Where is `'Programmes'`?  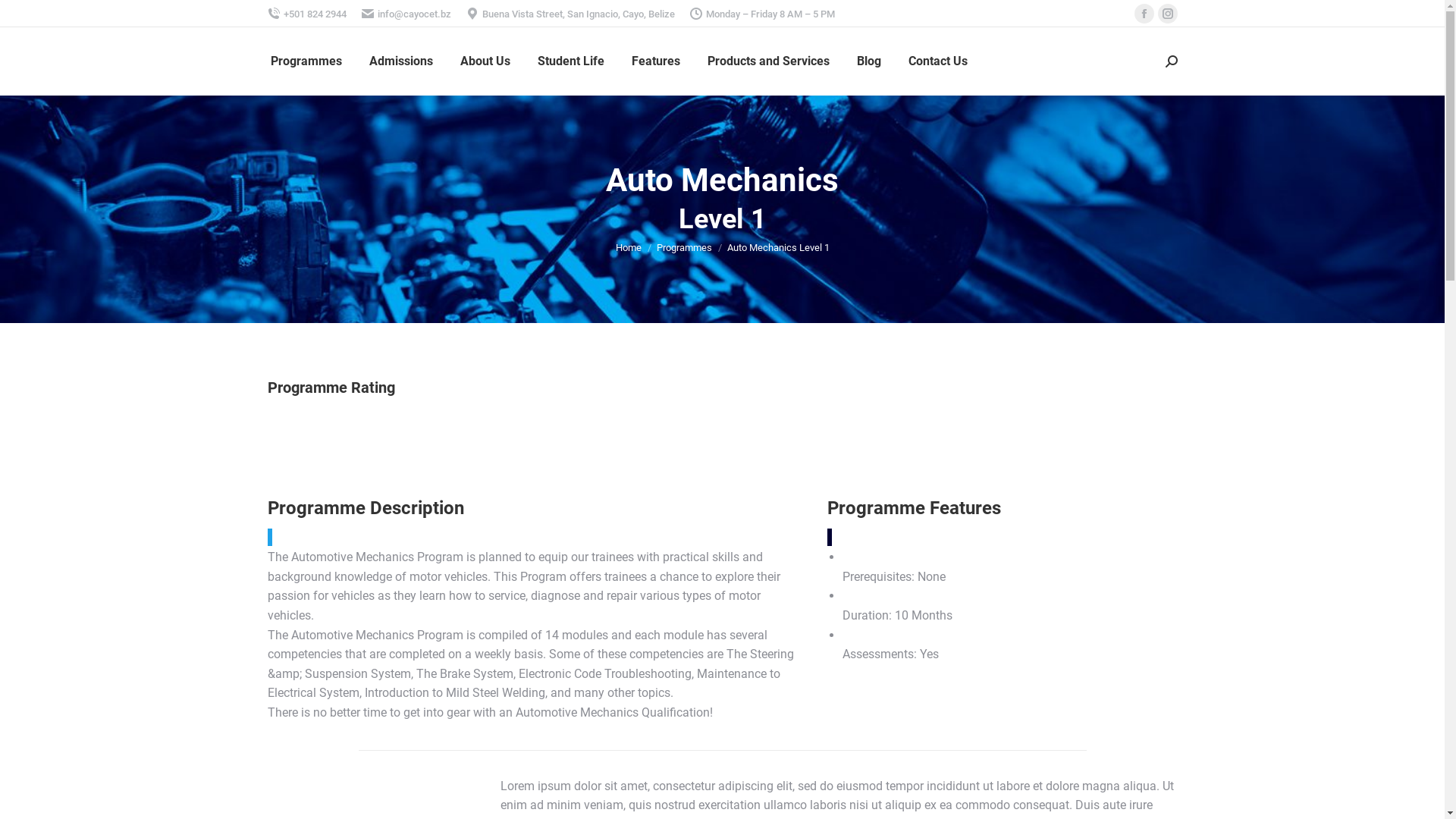
'Programmes' is located at coordinates (305, 61).